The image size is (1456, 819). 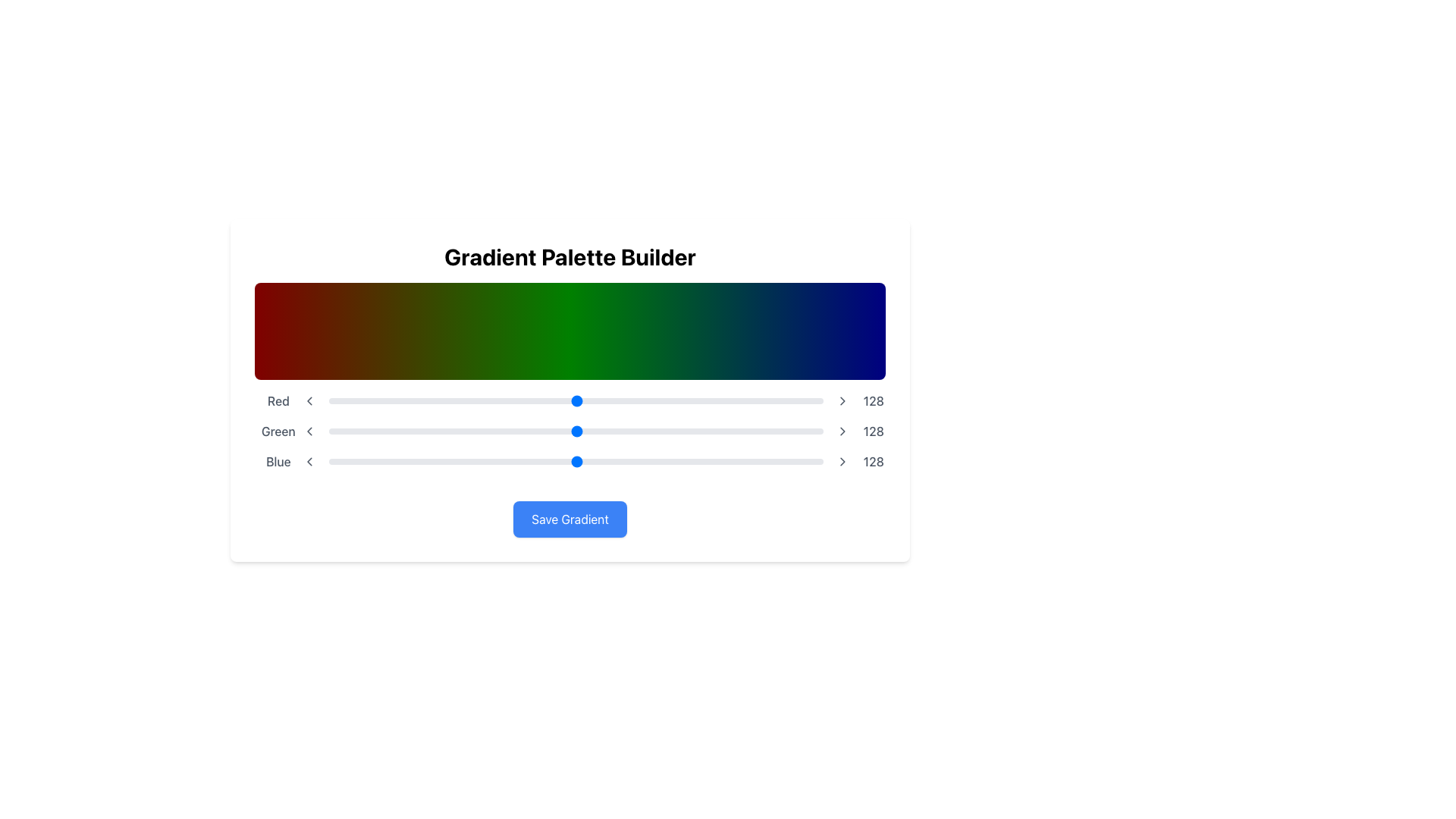 What do you see at coordinates (387, 458) in the screenshot?
I see `the blue color intensity` at bounding box center [387, 458].